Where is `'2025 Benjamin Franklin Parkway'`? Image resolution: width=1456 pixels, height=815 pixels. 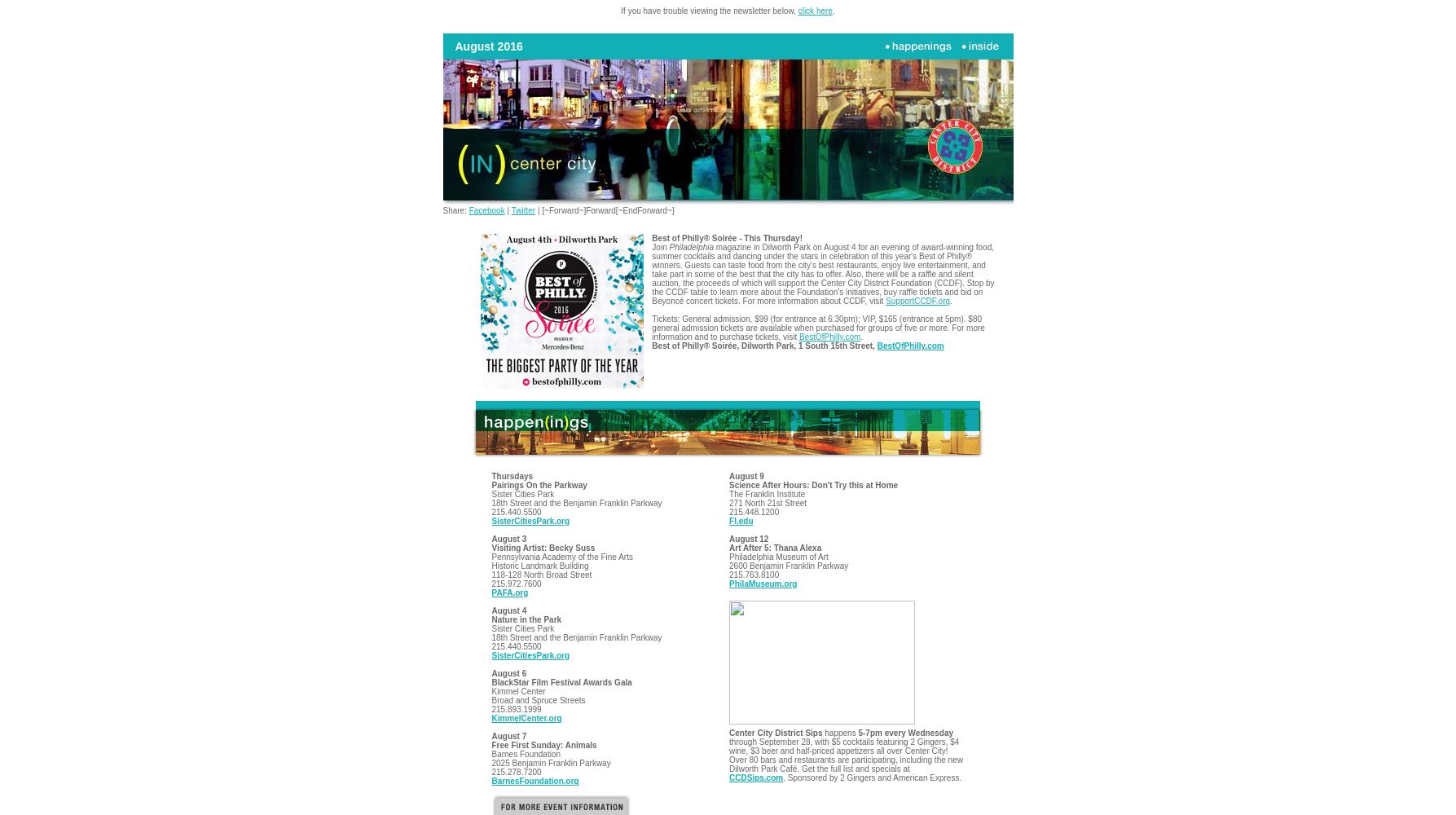
'2025 Benjamin Franklin Parkway' is located at coordinates (550, 763).